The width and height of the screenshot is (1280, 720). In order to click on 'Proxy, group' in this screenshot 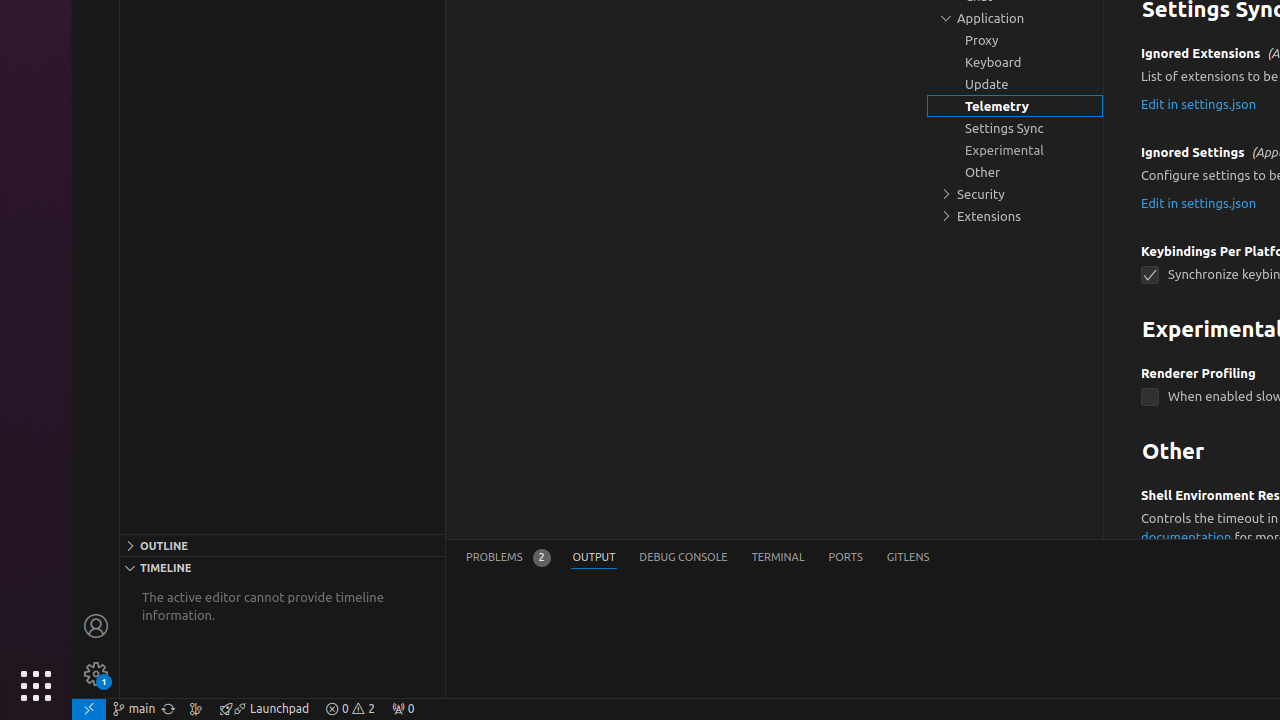, I will do `click(1015, 40)`.